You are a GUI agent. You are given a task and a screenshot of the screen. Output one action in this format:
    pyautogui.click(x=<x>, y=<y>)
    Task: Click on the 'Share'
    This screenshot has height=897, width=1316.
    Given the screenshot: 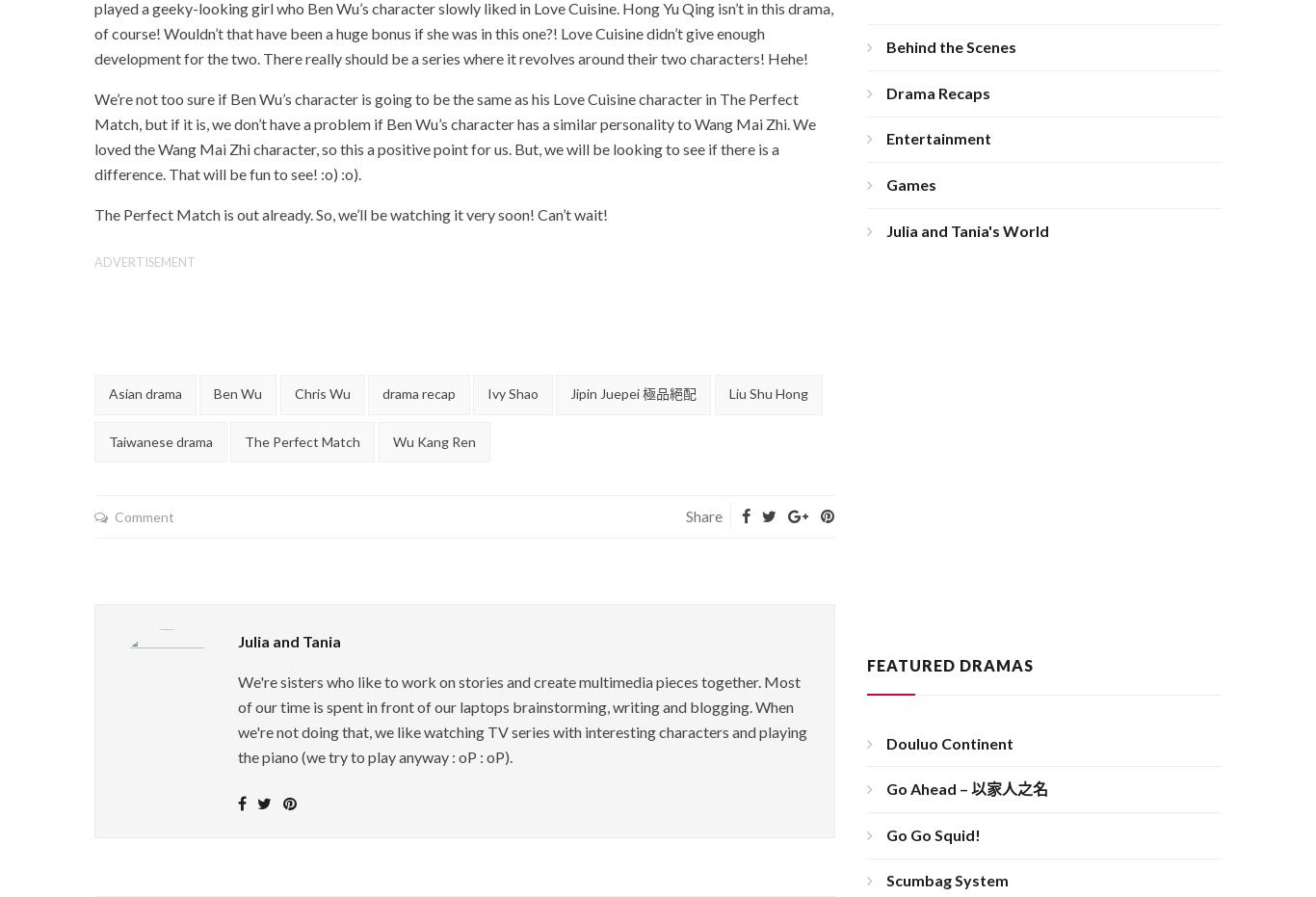 What is the action you would take?
    pyautogui.click(x=703, y=514)
    